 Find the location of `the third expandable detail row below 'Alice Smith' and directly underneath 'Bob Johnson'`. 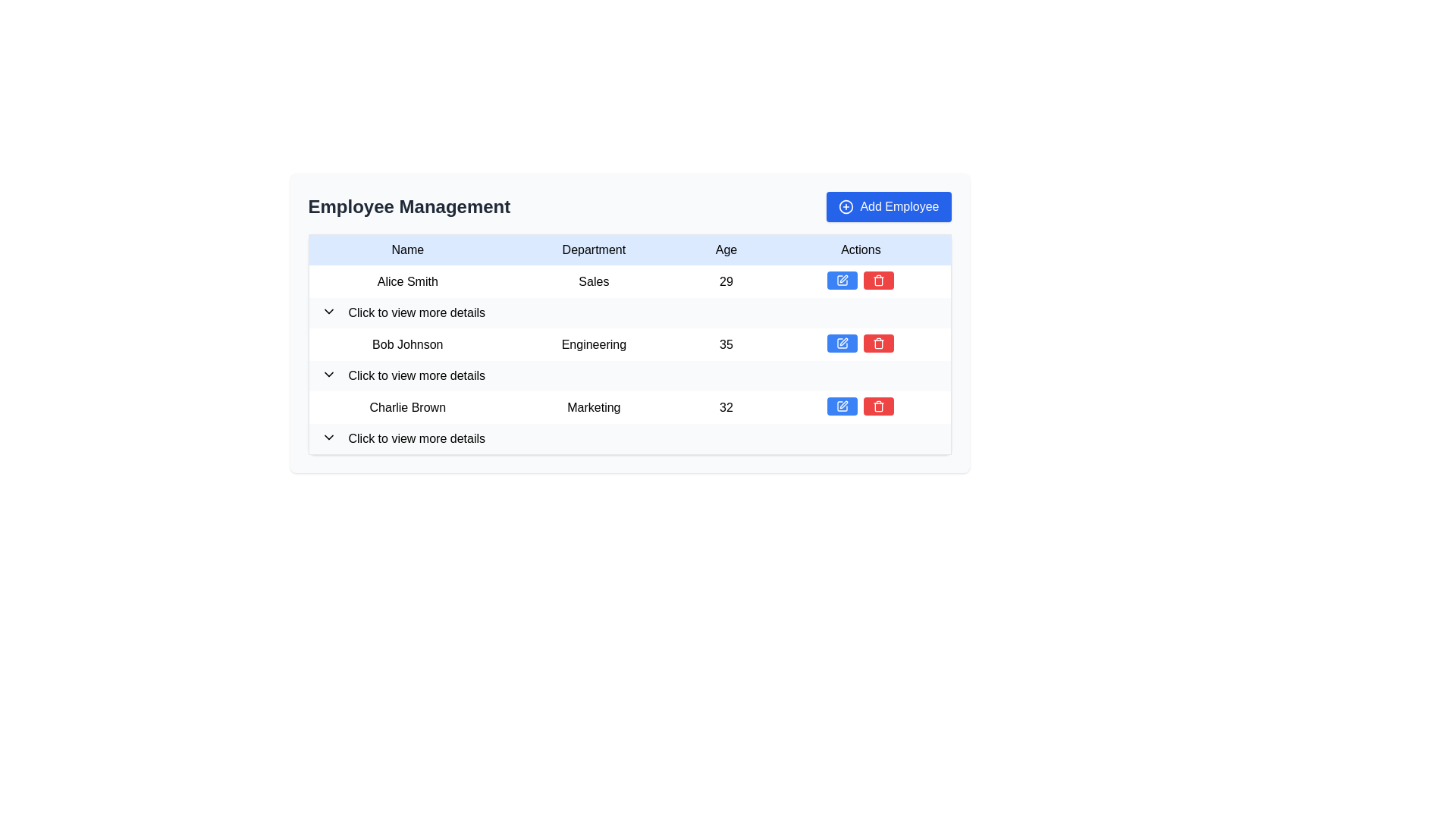

the third expandable detail row below 'Alice Smith' and directly underneath 'Bob Johnson' is located at coordinates (629, 375).